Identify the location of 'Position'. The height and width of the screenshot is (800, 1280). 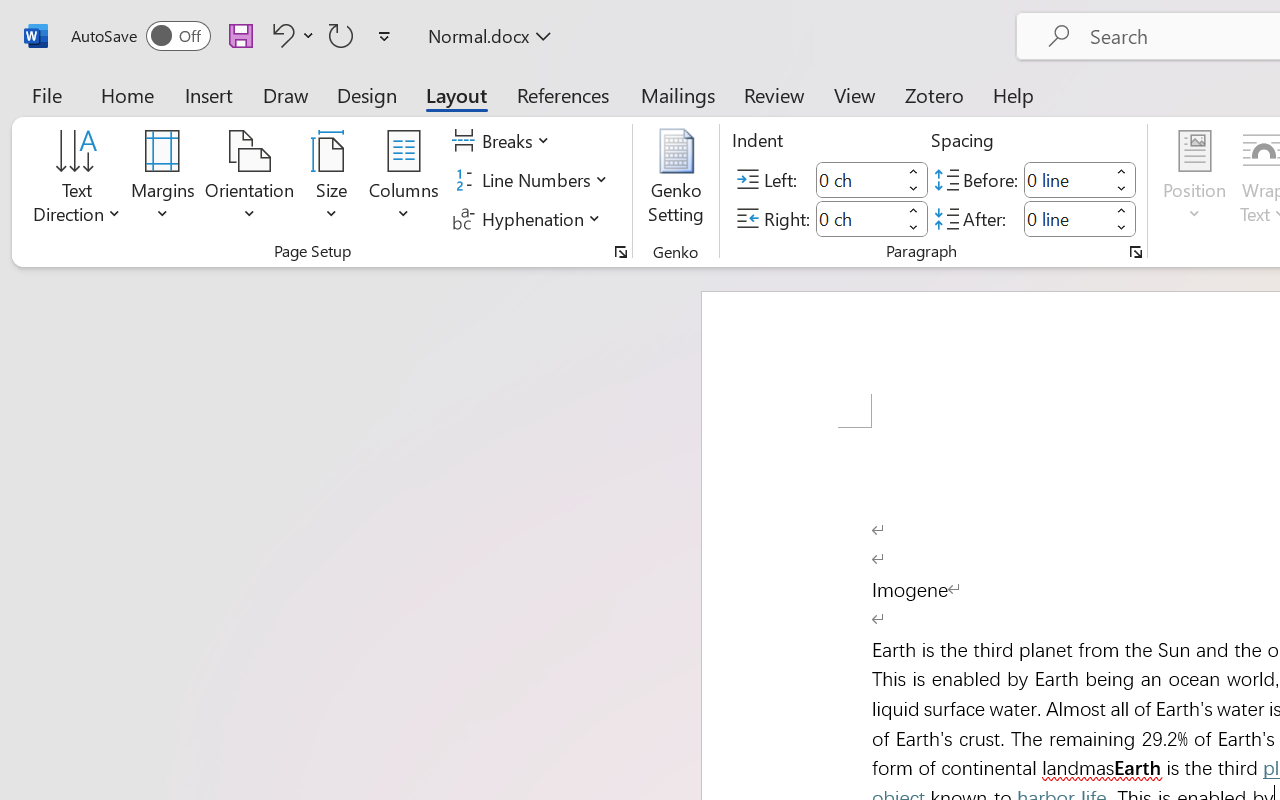
(1194, 179).